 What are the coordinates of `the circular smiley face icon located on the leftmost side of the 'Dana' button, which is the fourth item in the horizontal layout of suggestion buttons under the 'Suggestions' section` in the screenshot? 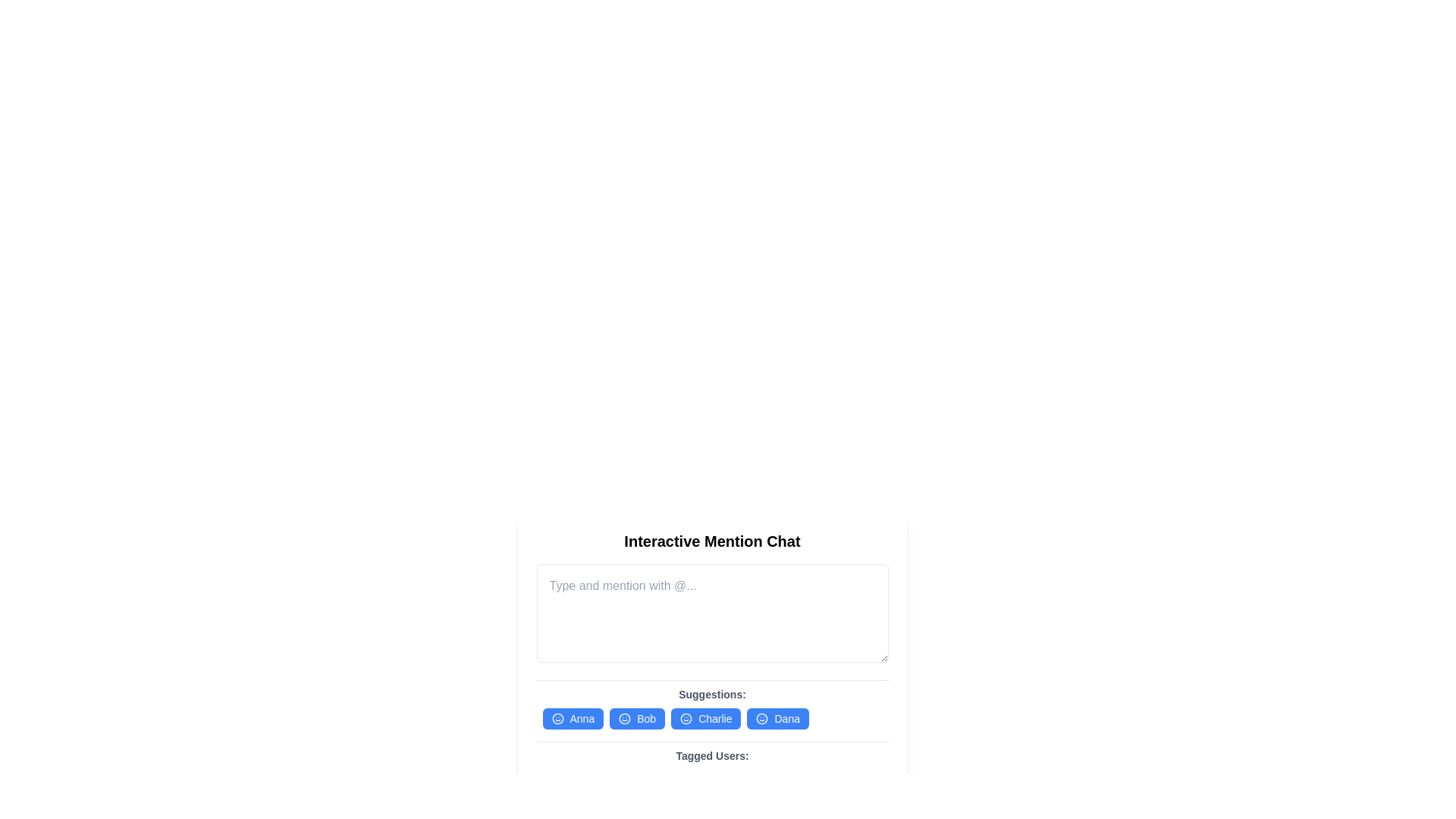 It's located at (762, 718).